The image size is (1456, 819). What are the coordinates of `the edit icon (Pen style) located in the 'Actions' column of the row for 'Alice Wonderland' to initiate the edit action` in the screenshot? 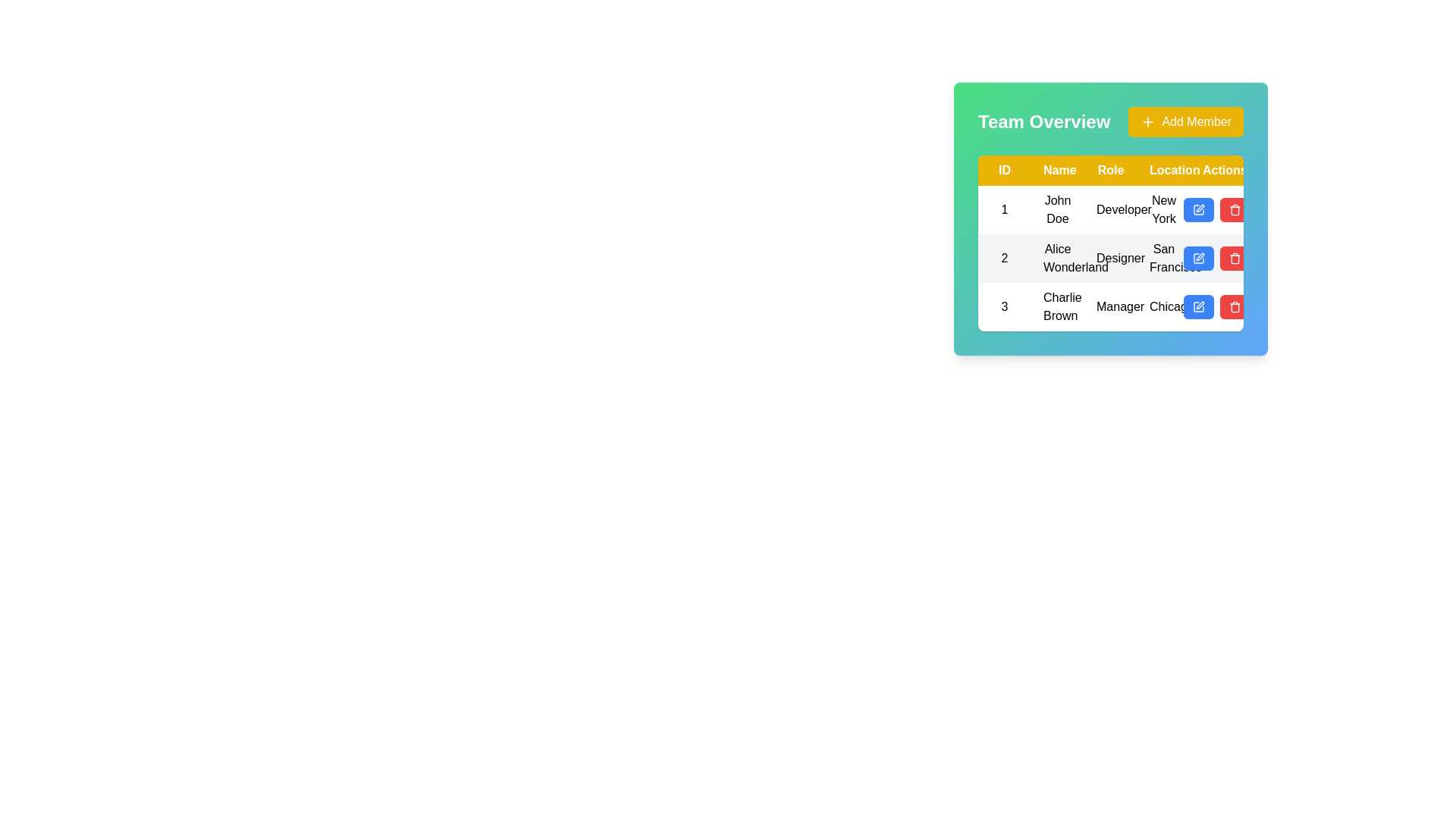 It's located at (1200, 256).